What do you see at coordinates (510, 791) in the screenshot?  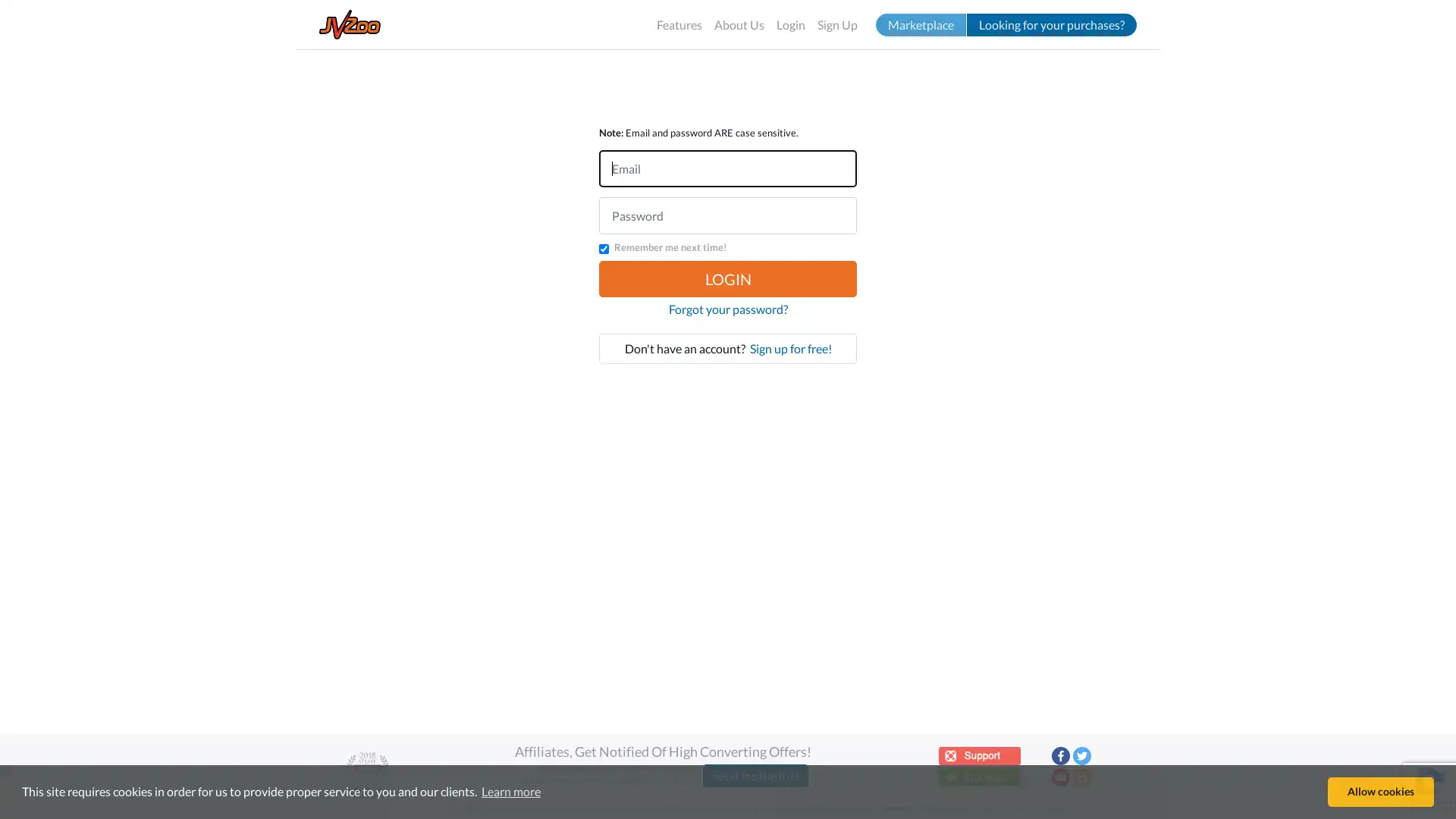 I see `learn more about cookies` at bounding box center [510, 791].